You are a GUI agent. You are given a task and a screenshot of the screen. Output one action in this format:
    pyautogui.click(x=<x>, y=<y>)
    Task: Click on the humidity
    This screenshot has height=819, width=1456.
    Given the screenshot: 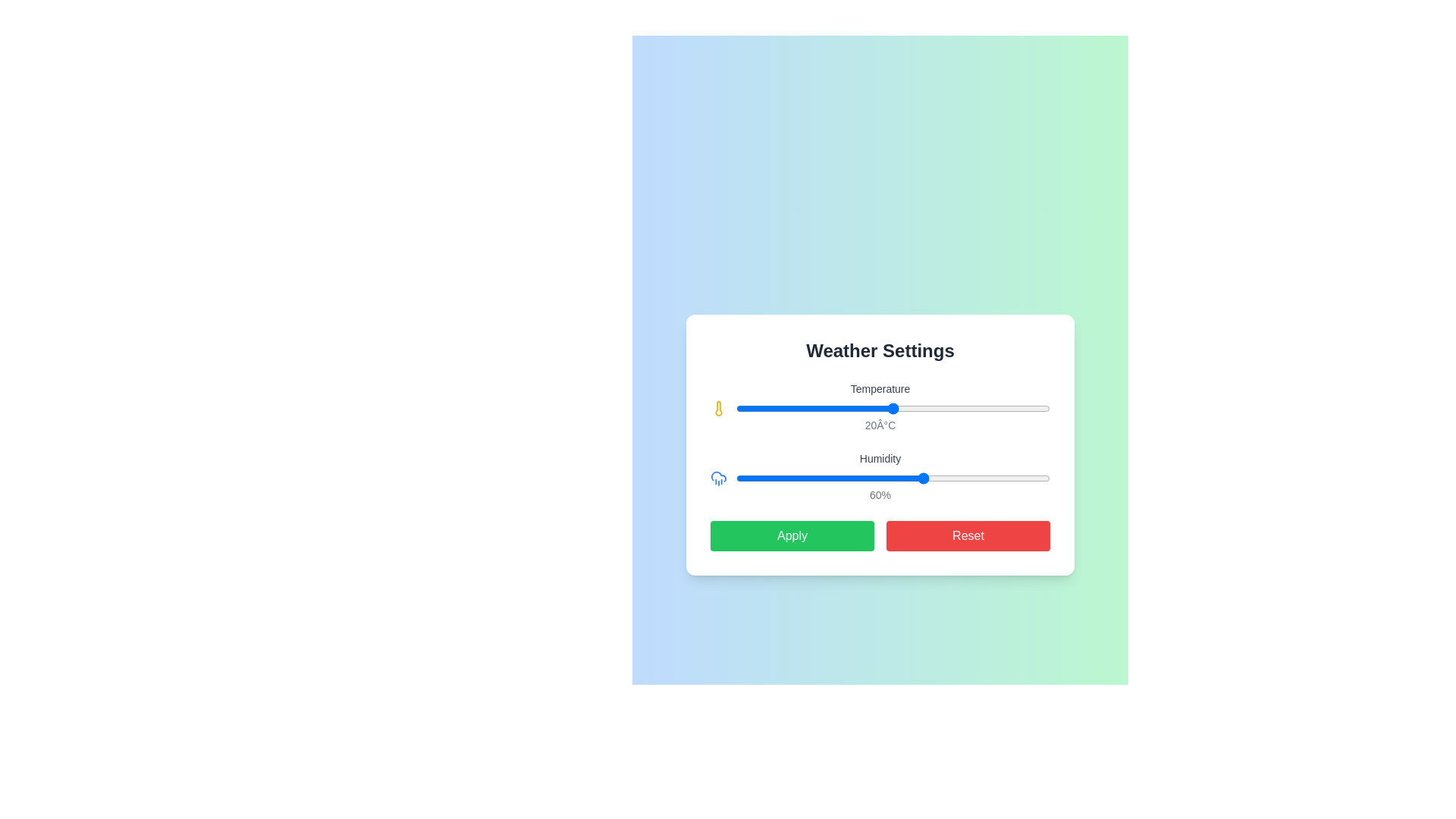 What is the action you would take?
    pyautogui.click(x=1009, y=479)
    